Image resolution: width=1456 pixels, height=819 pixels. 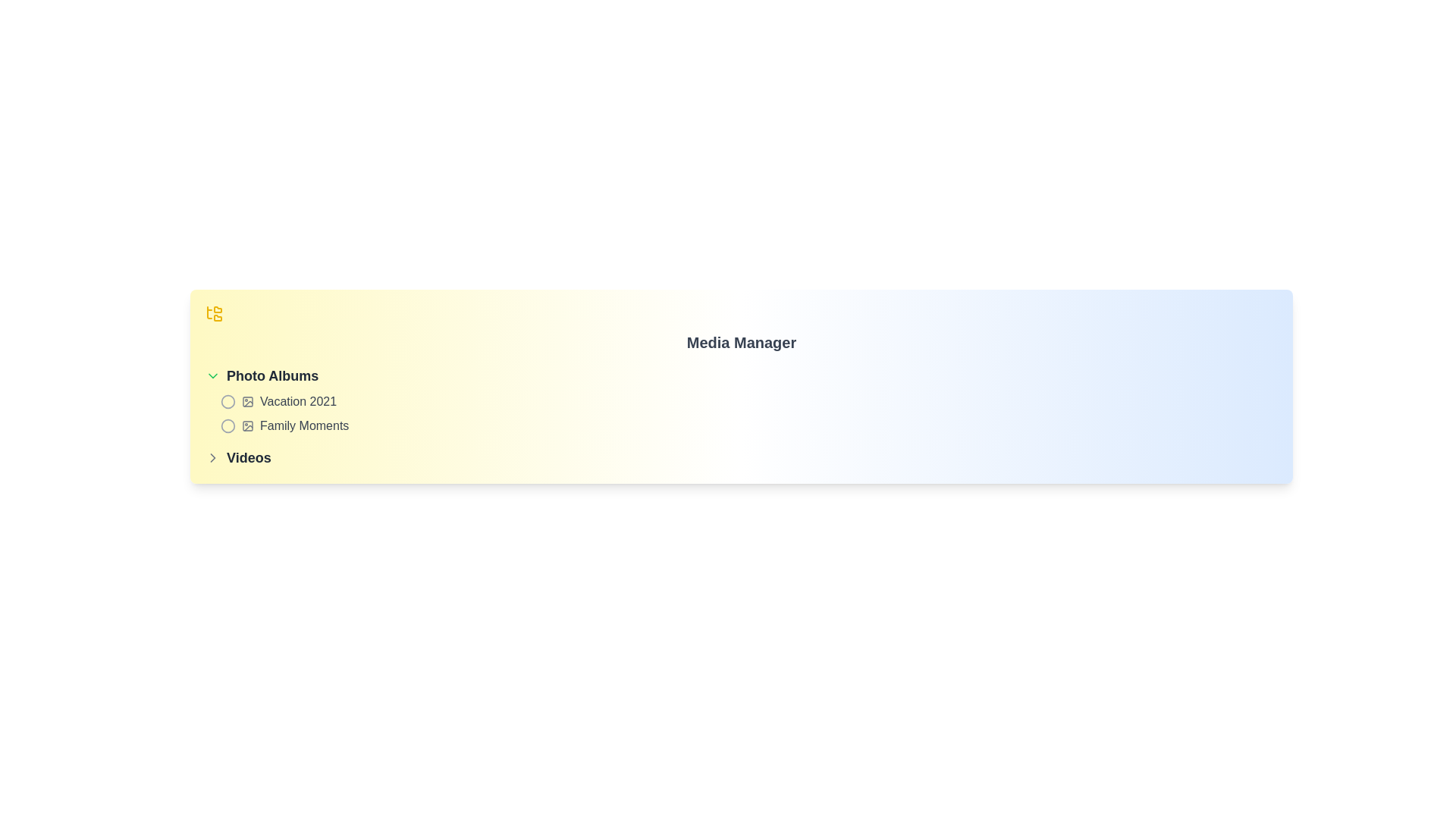 I want to click on the text label displaying 'Vacation 2021' in the second row of the 'Photo Albums' section, which is styled with medium font weight and medium gray color, so click(x=298, y=400).